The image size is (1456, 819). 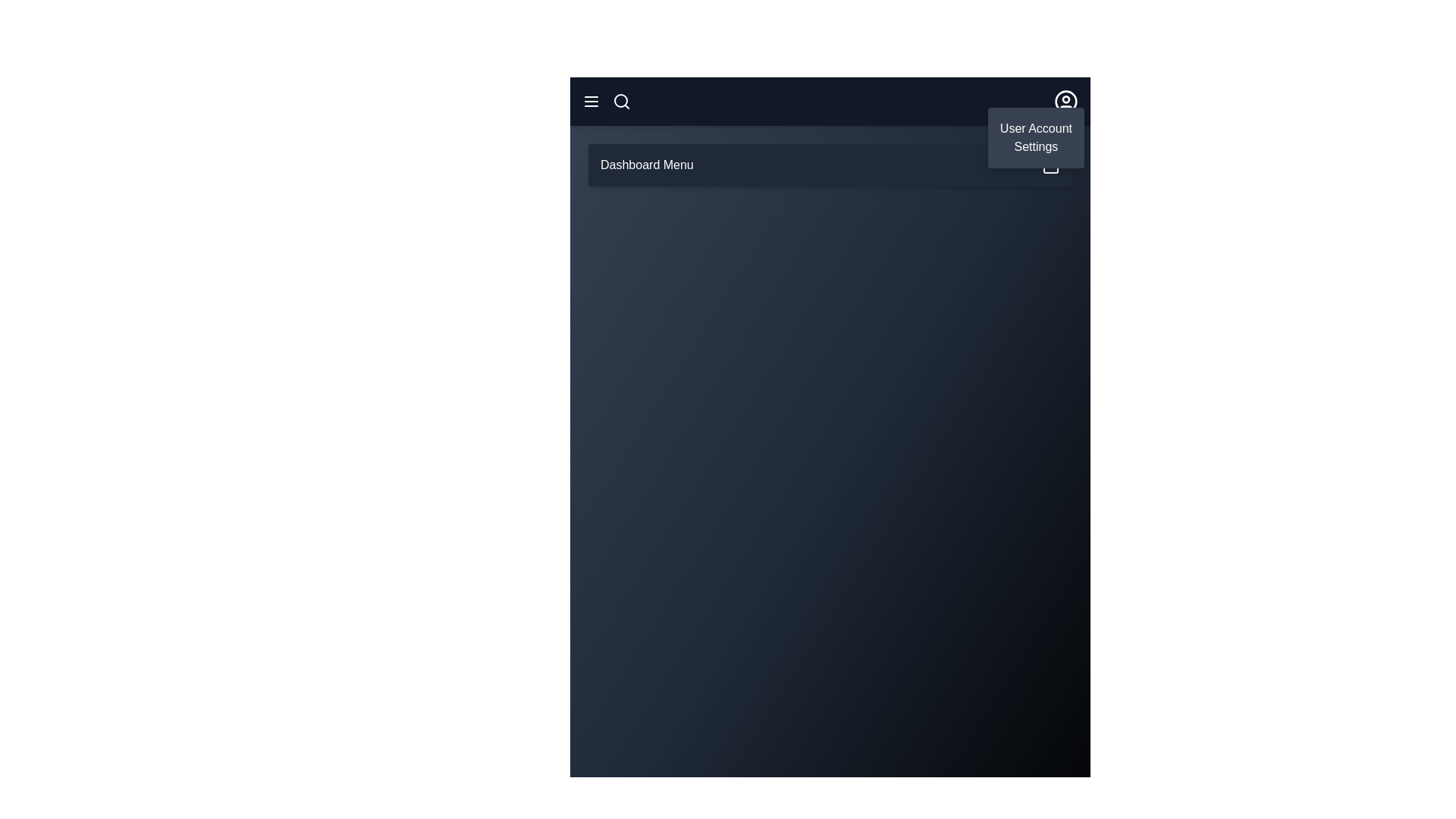 I want to click on the Settings option in the user dropdown menu, so click(x=1035, y=146).